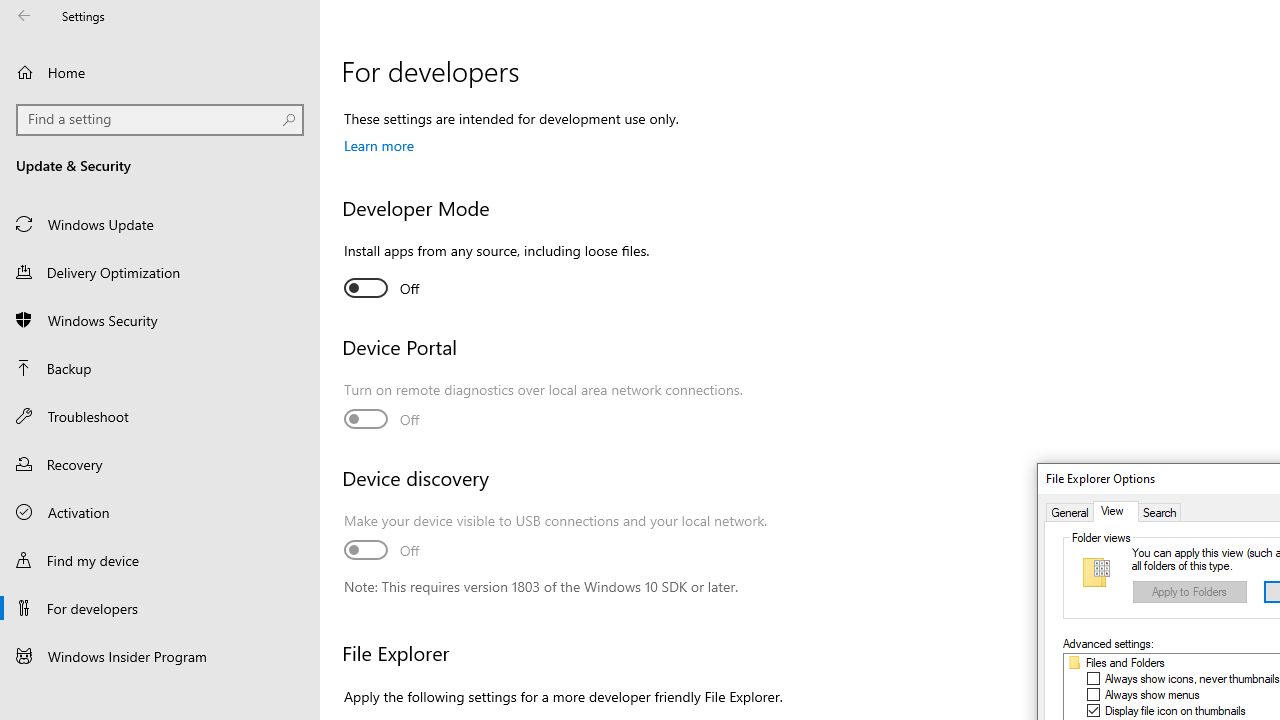 The width and height of the screenshot is (1280, 720). I want to click on 'Files and Folders', so click(1125, 663).